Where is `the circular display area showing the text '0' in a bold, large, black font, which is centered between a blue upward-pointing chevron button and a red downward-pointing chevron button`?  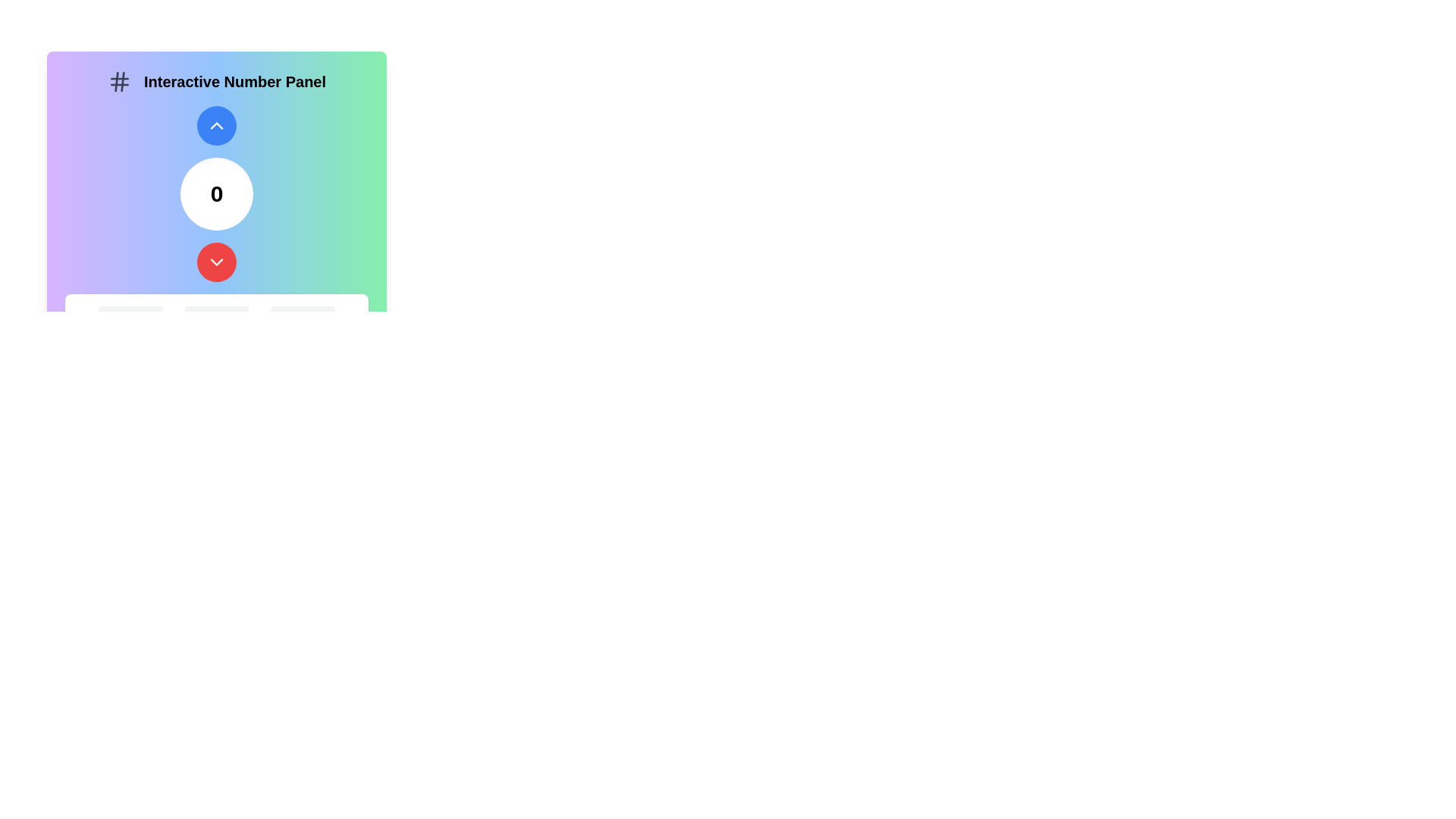
the circular display area showing the text '0' in a bold, large, black font, which is centered between a blue upward-pointing chevron button and a red downward-pointing chevron button is located at coordinates (216, 193).